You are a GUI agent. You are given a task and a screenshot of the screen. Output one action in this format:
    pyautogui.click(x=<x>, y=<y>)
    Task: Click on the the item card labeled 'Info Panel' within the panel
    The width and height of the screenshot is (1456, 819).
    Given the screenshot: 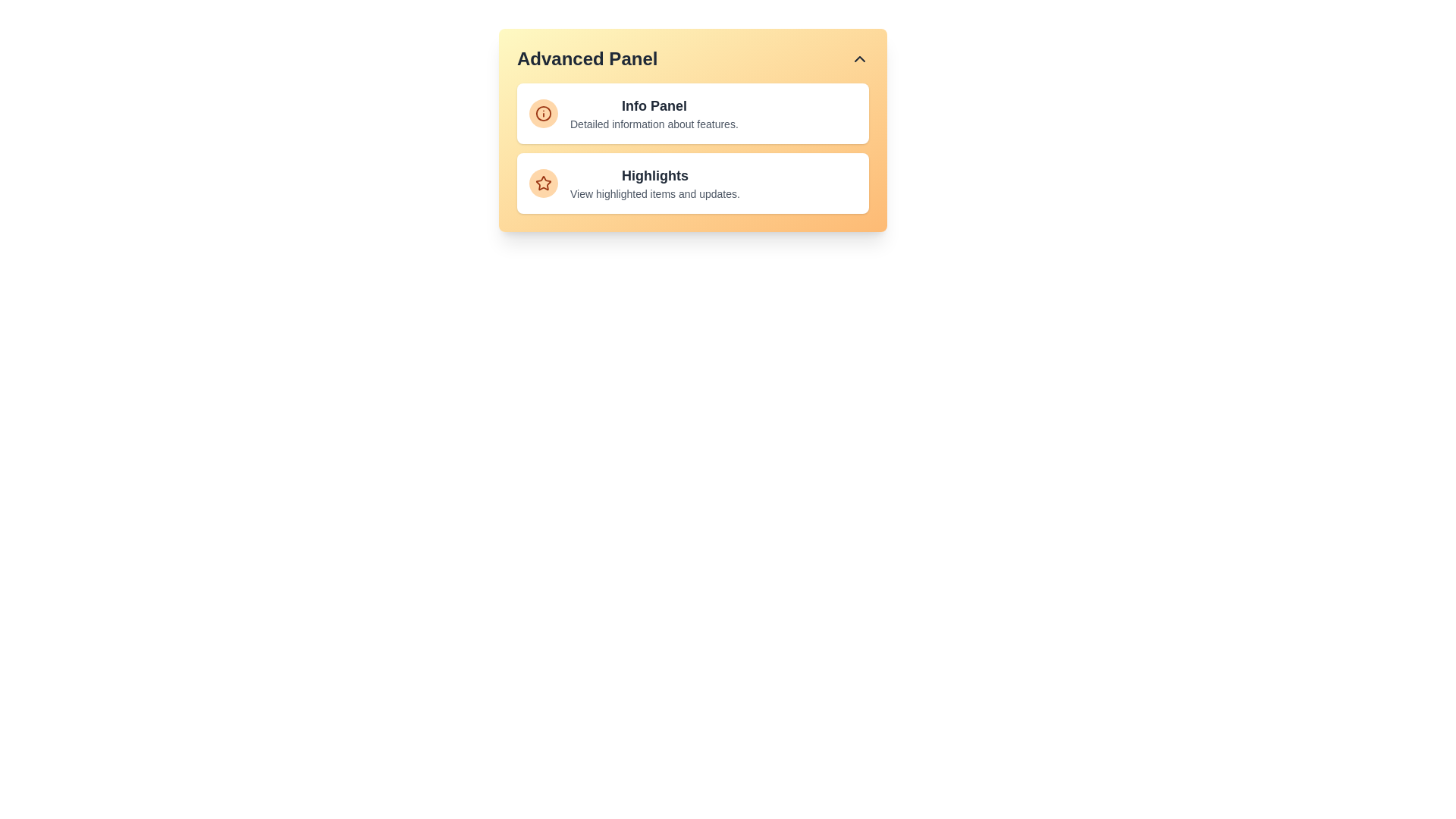 What is the action you would take?
    pyautogui.click(x=692, y=113)
    